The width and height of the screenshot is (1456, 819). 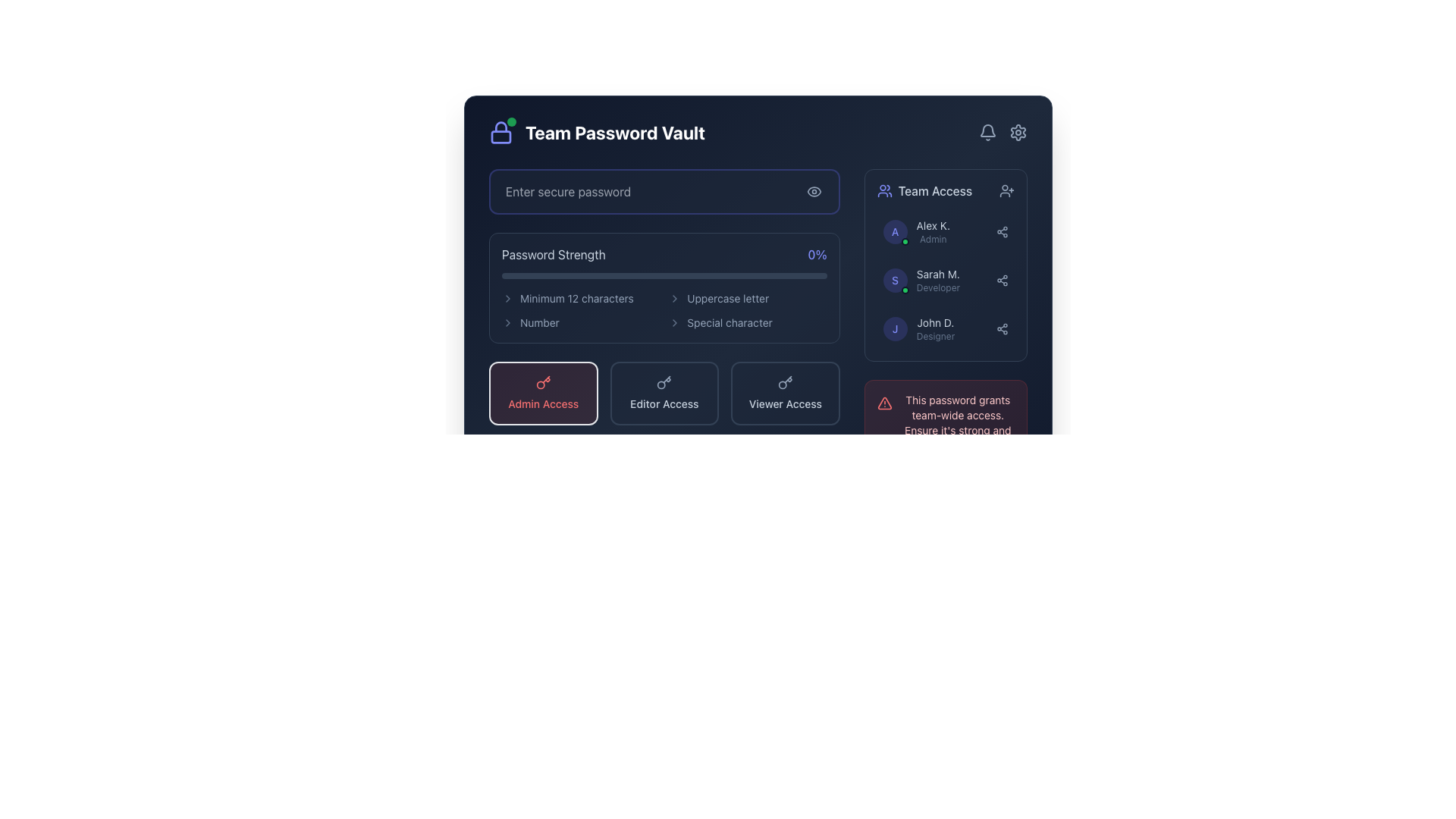 What do you see at coordinates (501, 125) in the screenshot?
I see `the upper part of the lock icon, which symbolizes security, located to the left of the 'Team Password Vault' header` at bounding box center [501, 125].